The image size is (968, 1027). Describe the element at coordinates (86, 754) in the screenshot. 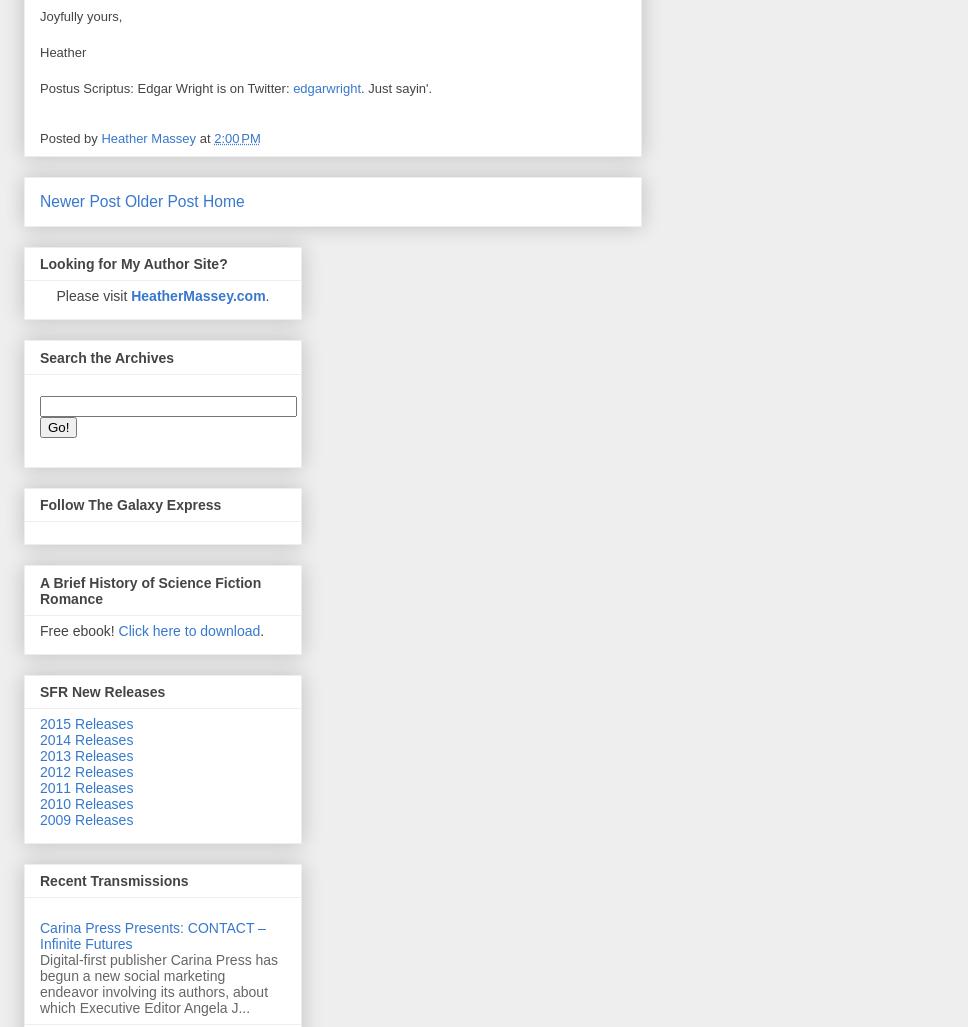

I see `'2013 Releases'` at that location.